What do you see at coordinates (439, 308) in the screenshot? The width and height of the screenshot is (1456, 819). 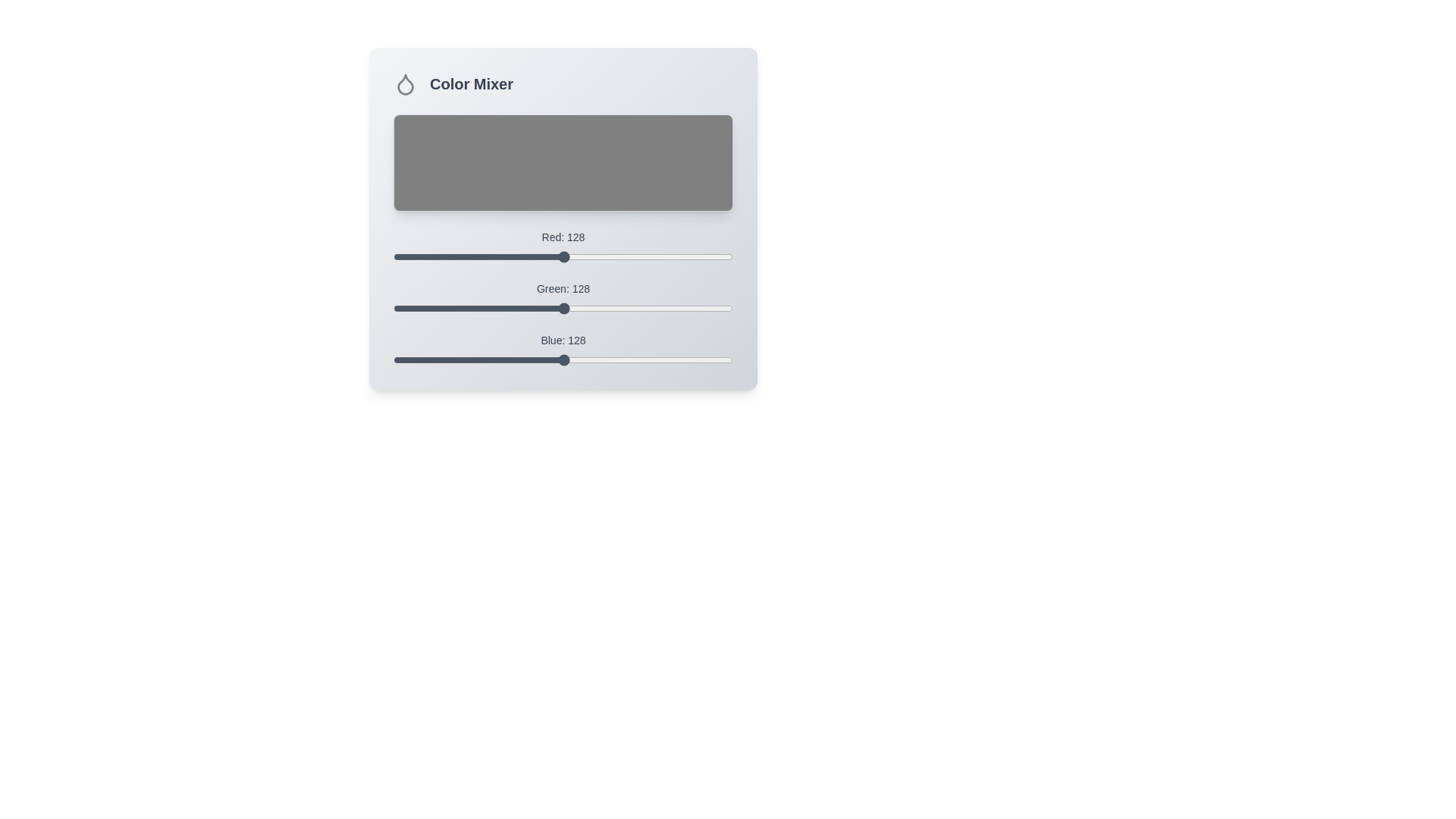 I see `the green slider to 35` at bounding box center [439, 308].